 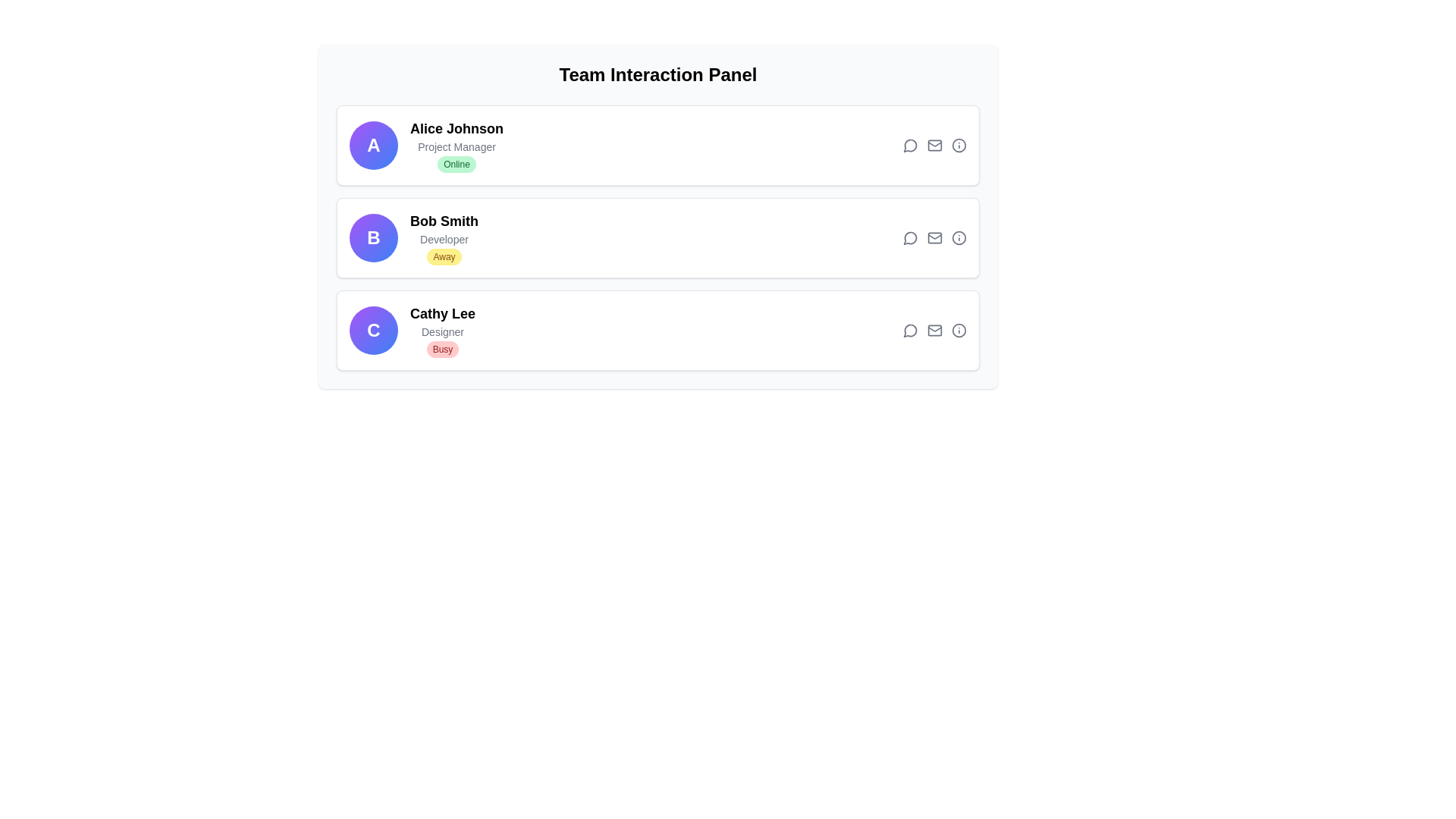 I want to click on the email icon, which is the second icon from the left in the middle user's row, so click(x=934, y=237).